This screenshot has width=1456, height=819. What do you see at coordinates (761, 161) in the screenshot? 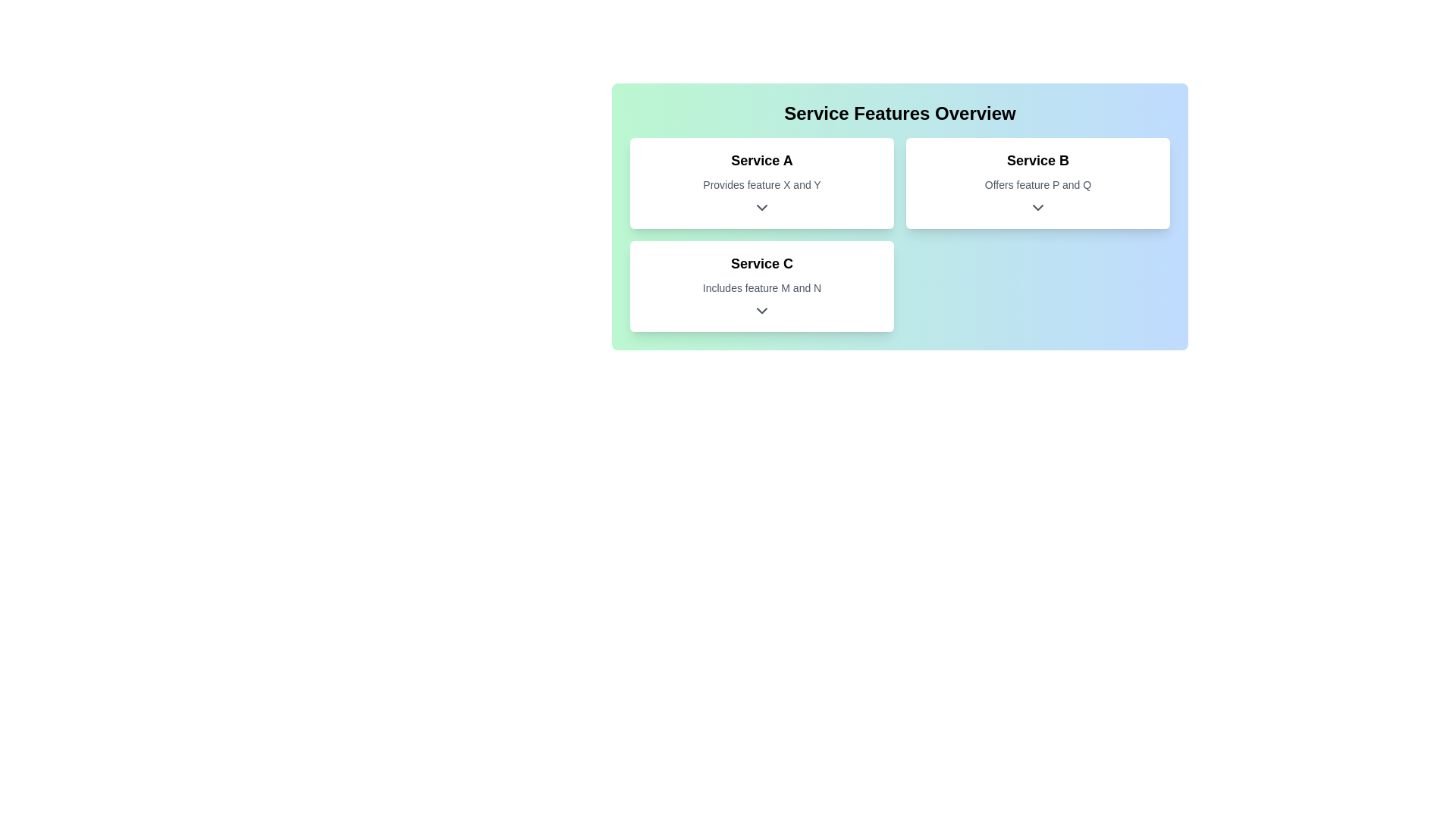
I see `the bold, black text label 'Service A' which is centrally aligned at the top of a white card with rounded corners` at bounding box center [761, 161].